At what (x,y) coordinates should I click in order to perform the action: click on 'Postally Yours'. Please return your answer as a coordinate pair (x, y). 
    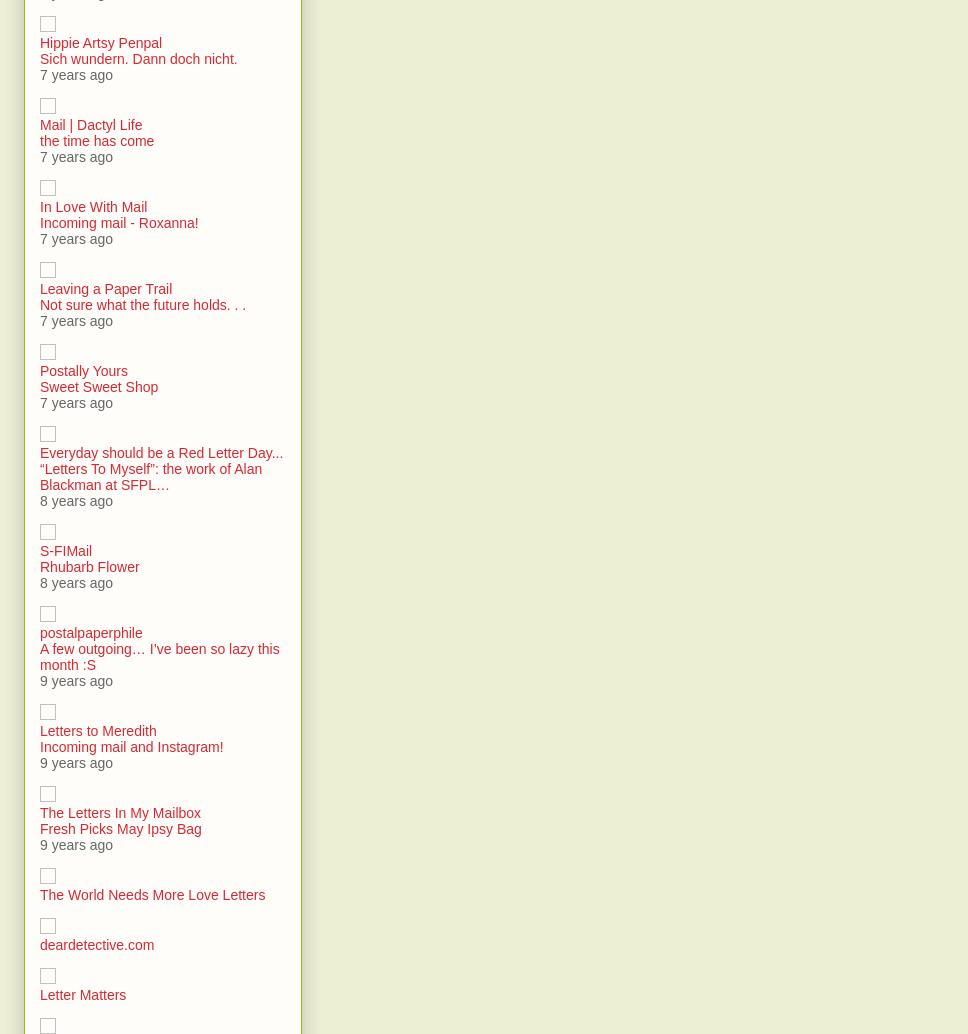
    Looking at the image, I should click on (39, 369).